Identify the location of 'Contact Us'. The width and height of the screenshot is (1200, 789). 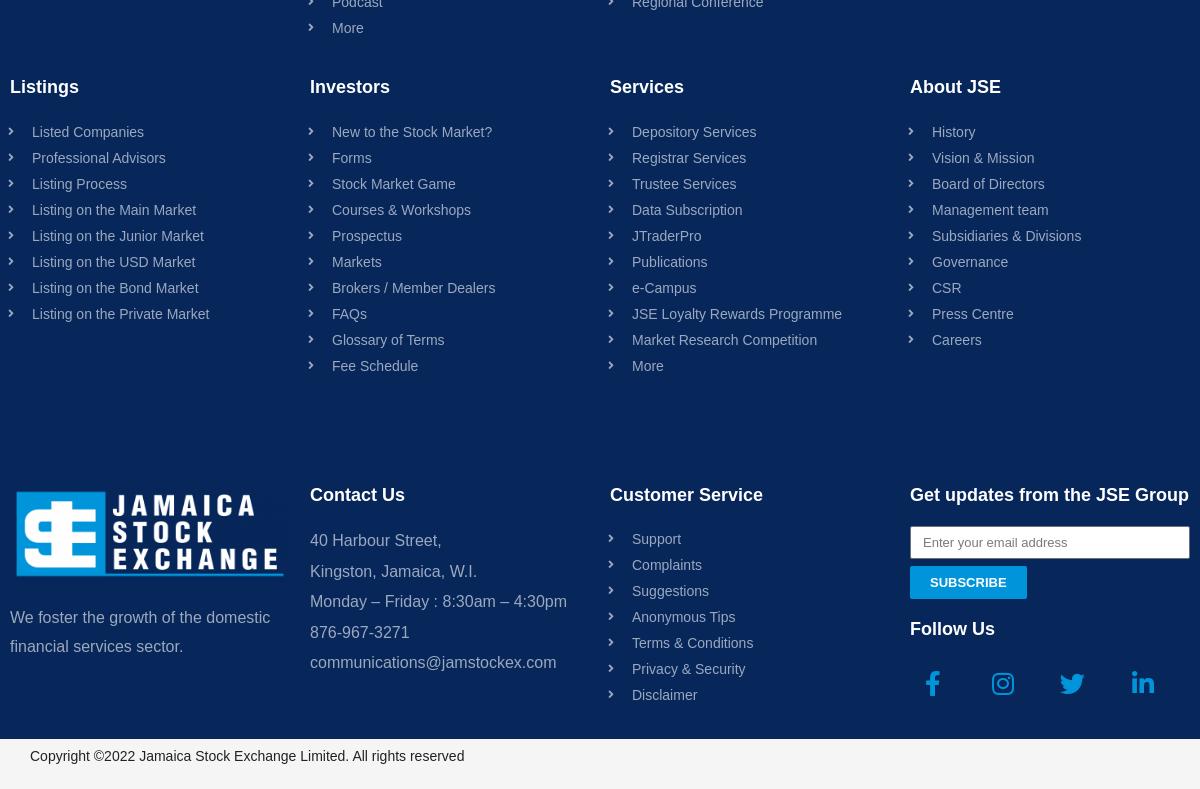
(357, 492).